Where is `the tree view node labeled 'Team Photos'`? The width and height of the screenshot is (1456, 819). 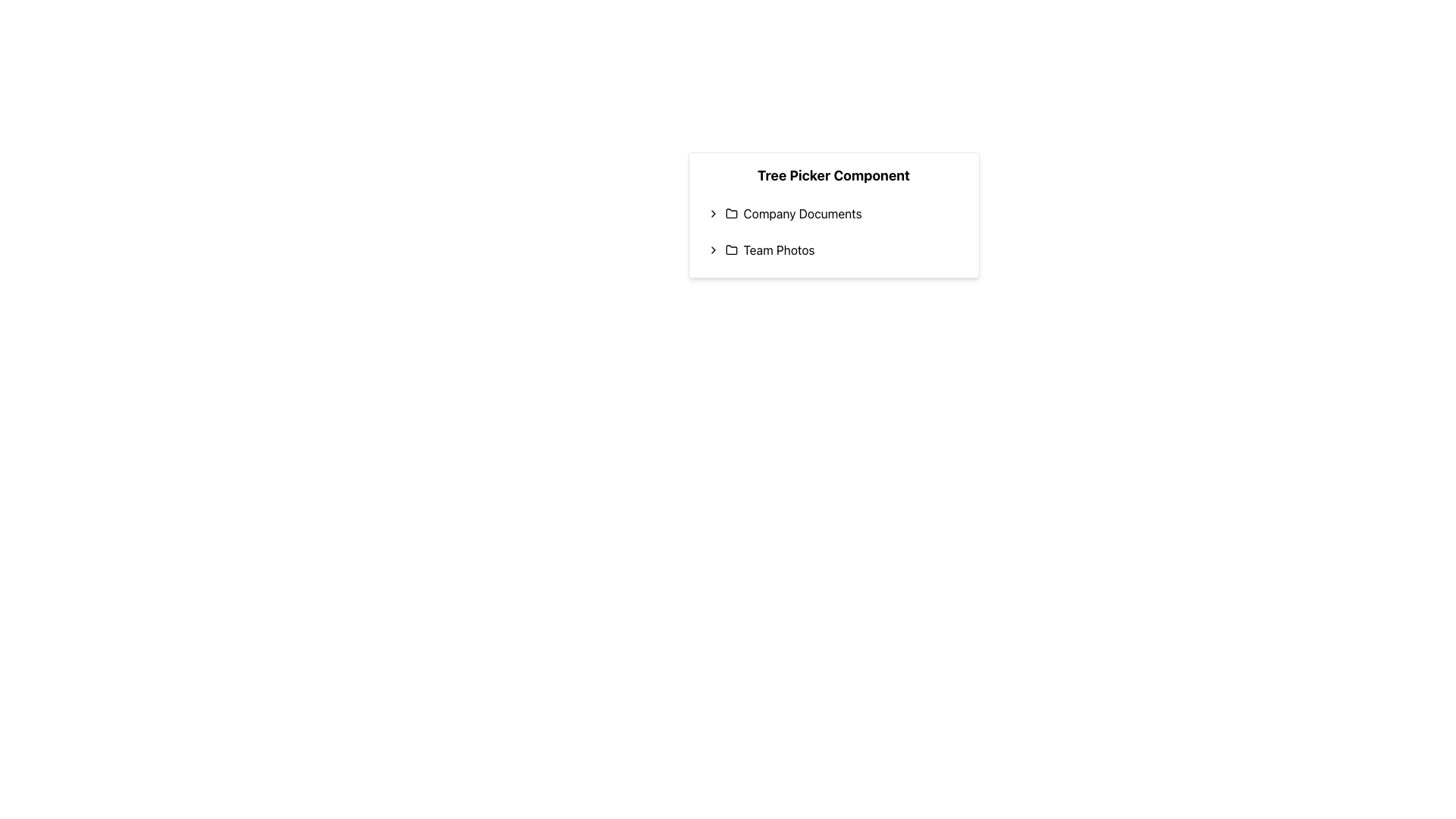
the tree view node labeled 'Team Photos' is located at coordinates (833, 249).